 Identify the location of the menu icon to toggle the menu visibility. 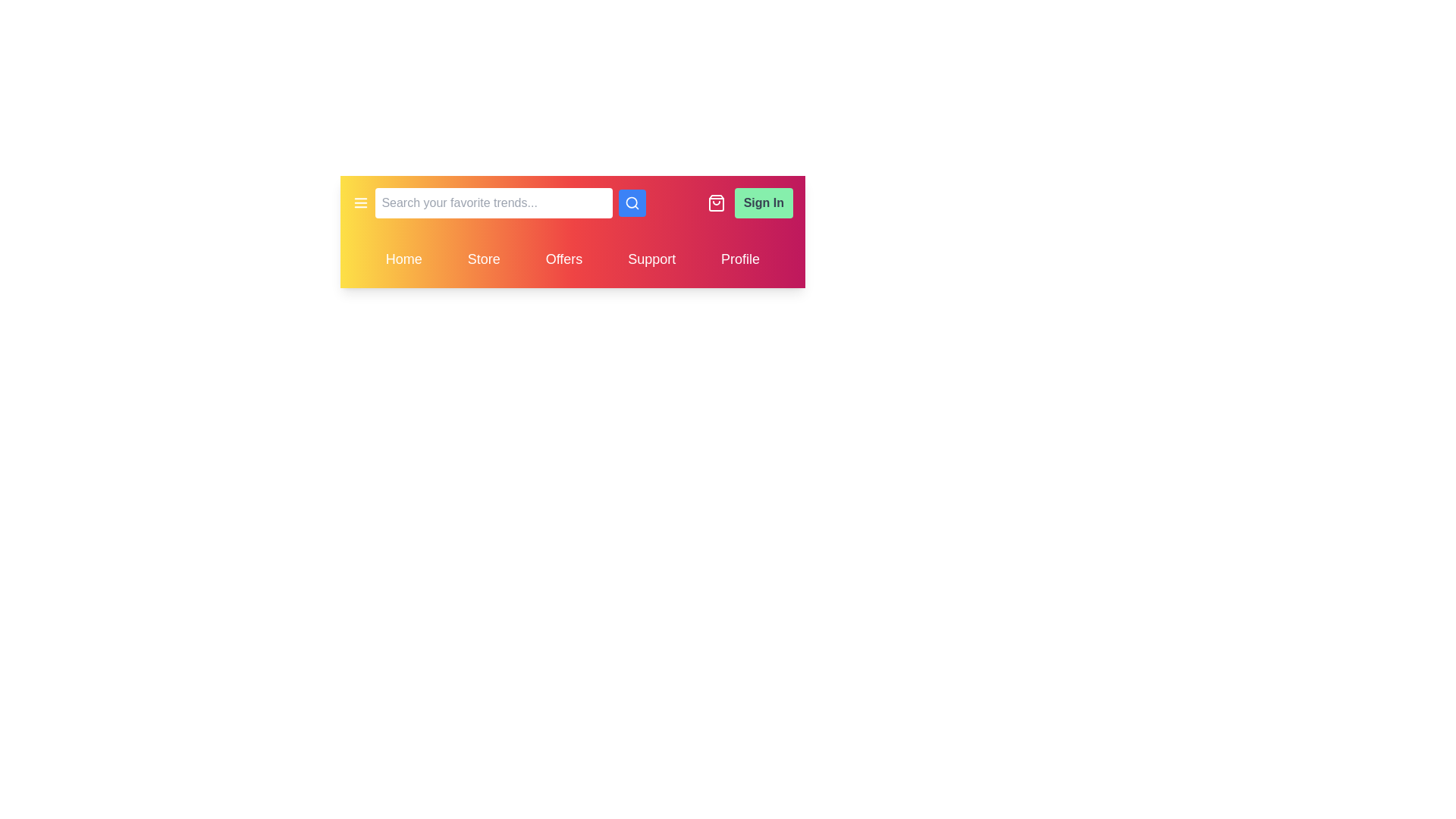
(359, 202).